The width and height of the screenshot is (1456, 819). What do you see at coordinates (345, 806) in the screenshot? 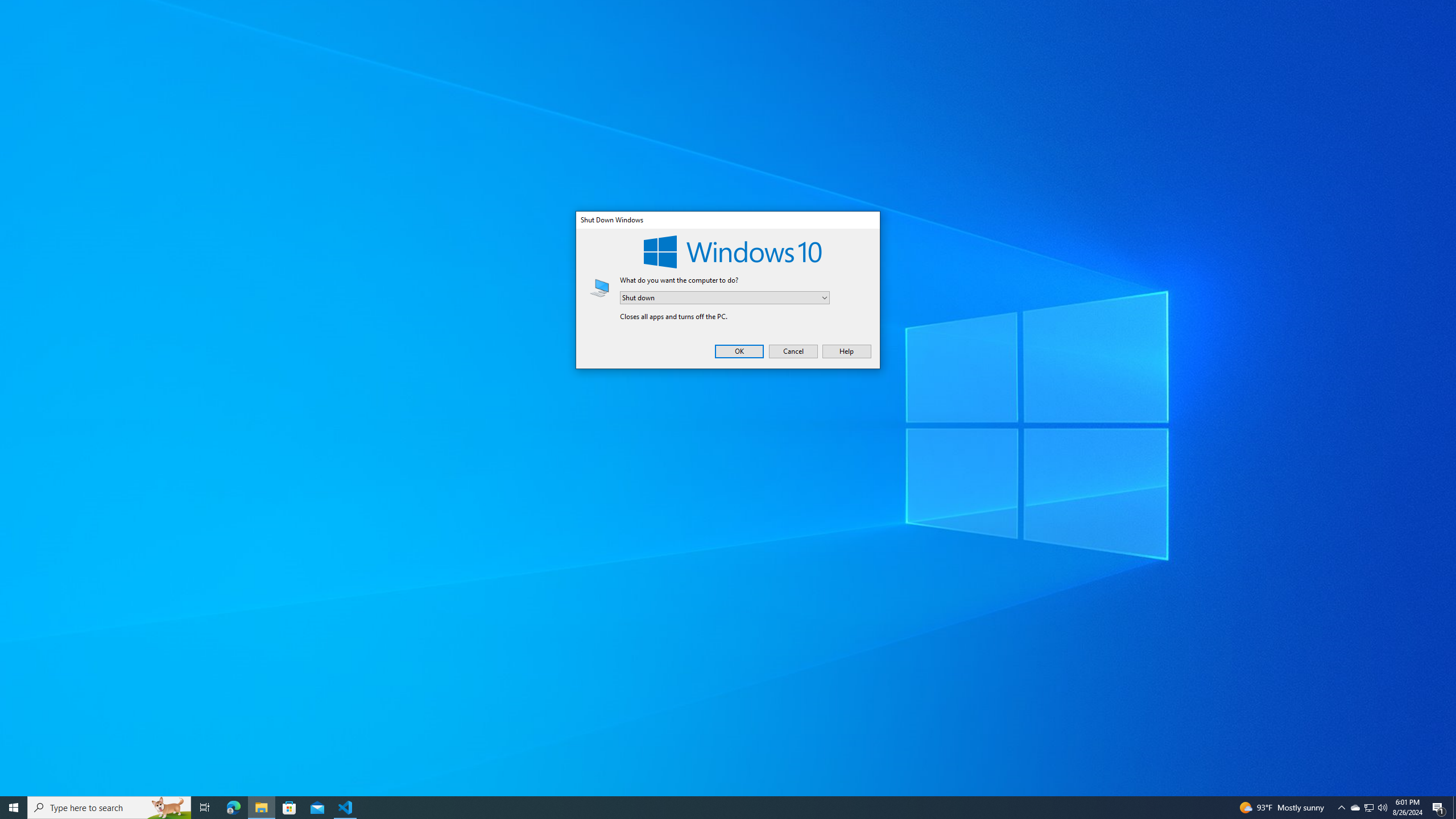
I see `'Visual Studio Code - 1 running window'` at bounding box center [345, 806].